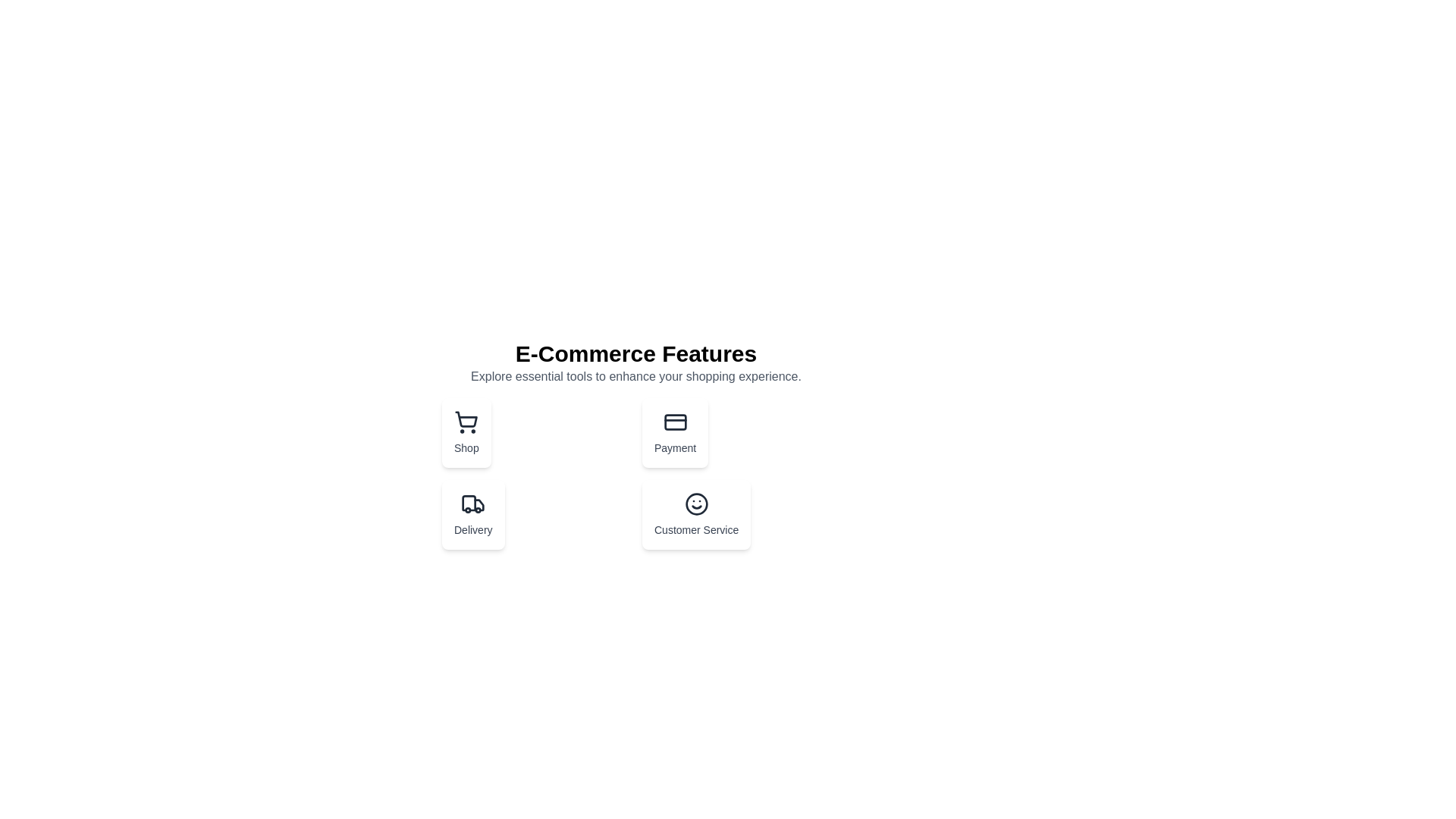 The height and width of the screenshot is (819, 1456). What do you see at coordinates (736, 513) in the screenshot?
I see `the 'Customer Service' interactive card located in the bottom-right corner of the grid` at bounding box center [736, 513].